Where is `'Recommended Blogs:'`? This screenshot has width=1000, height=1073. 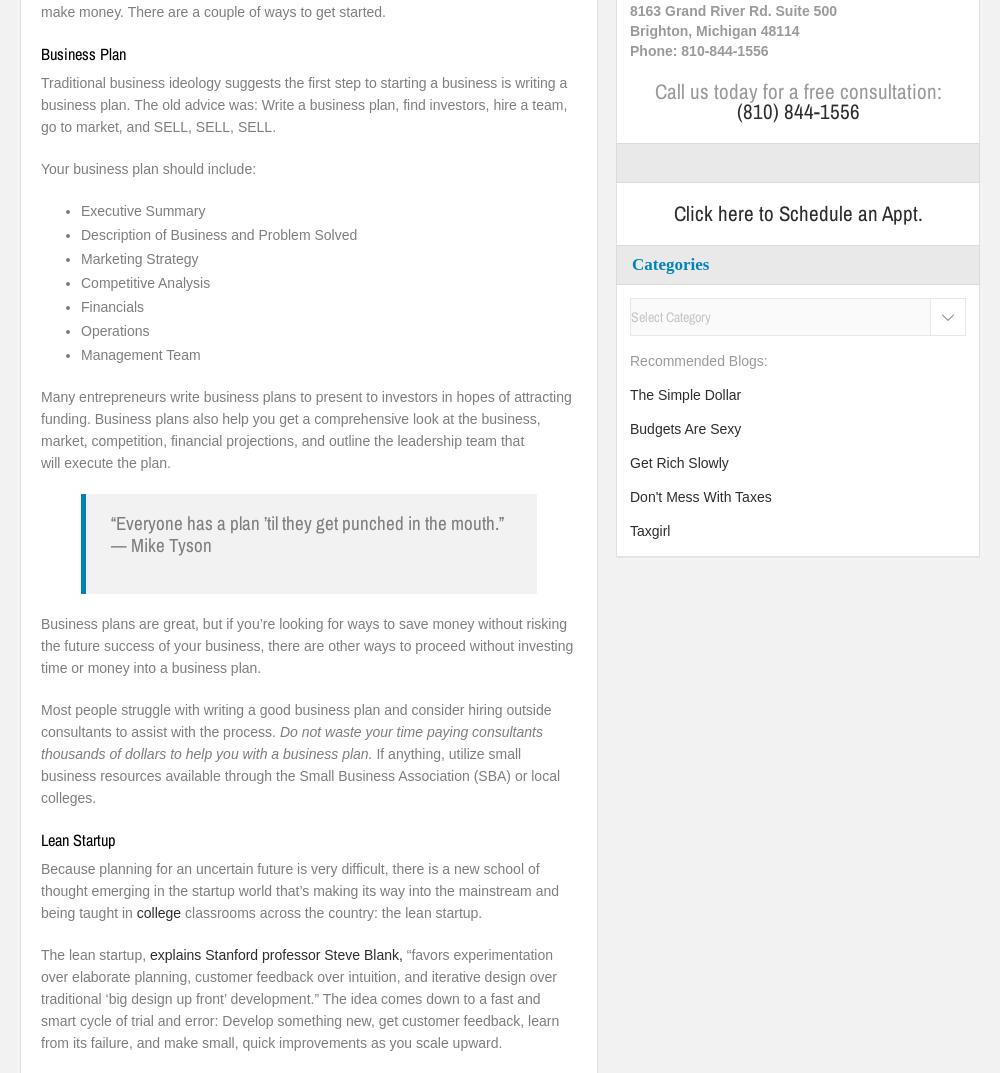 'Recommended Blogs:' is located at coordinates (697, 359).